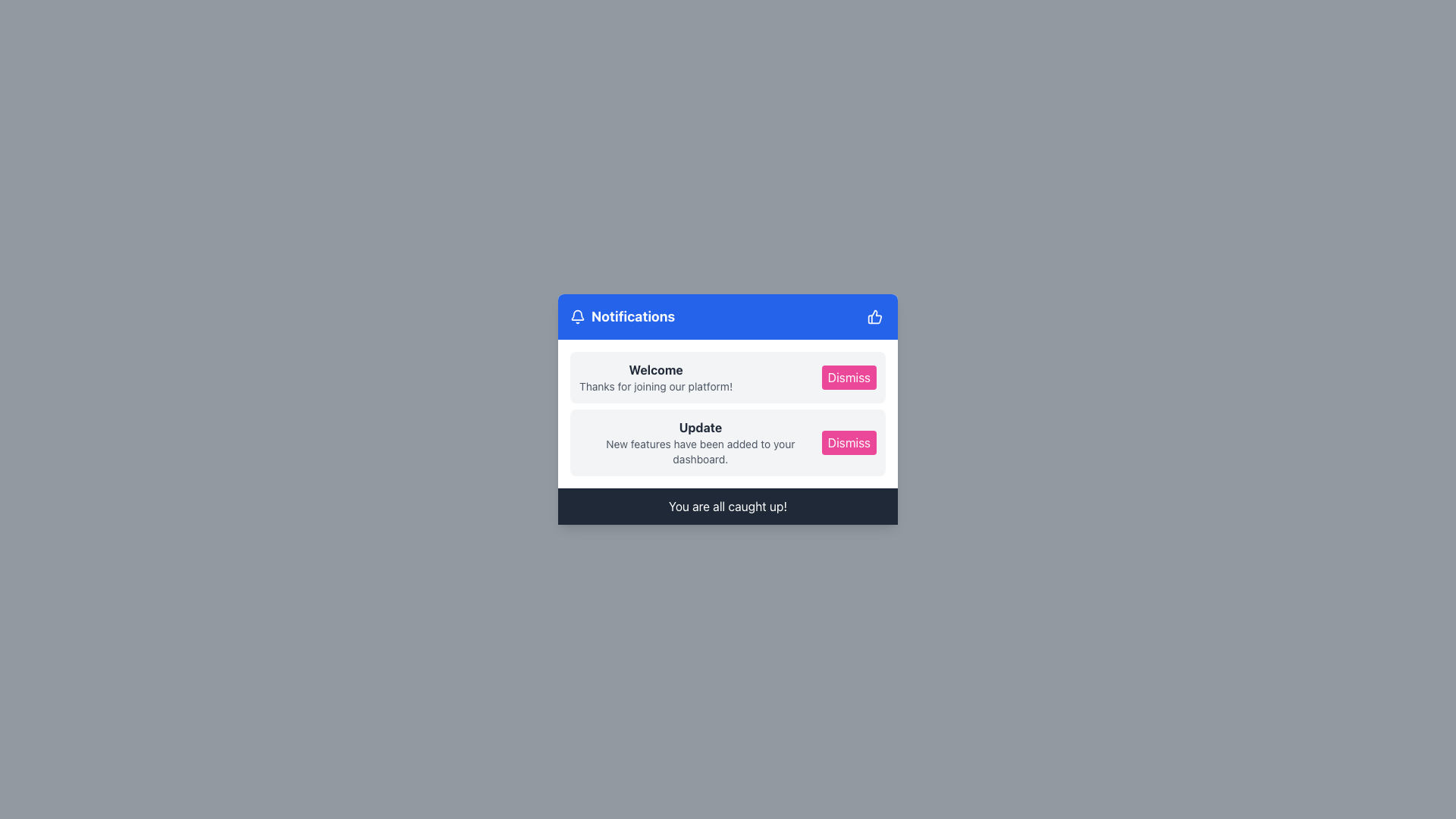 The height and width of the screenshot is (819, 1456). Describe the element at coordinates (874, 315) in the screenshot. I see `the blue thumbs-up icon located in the upper-right corner of the notification module's header as part of a broader component` at that location.